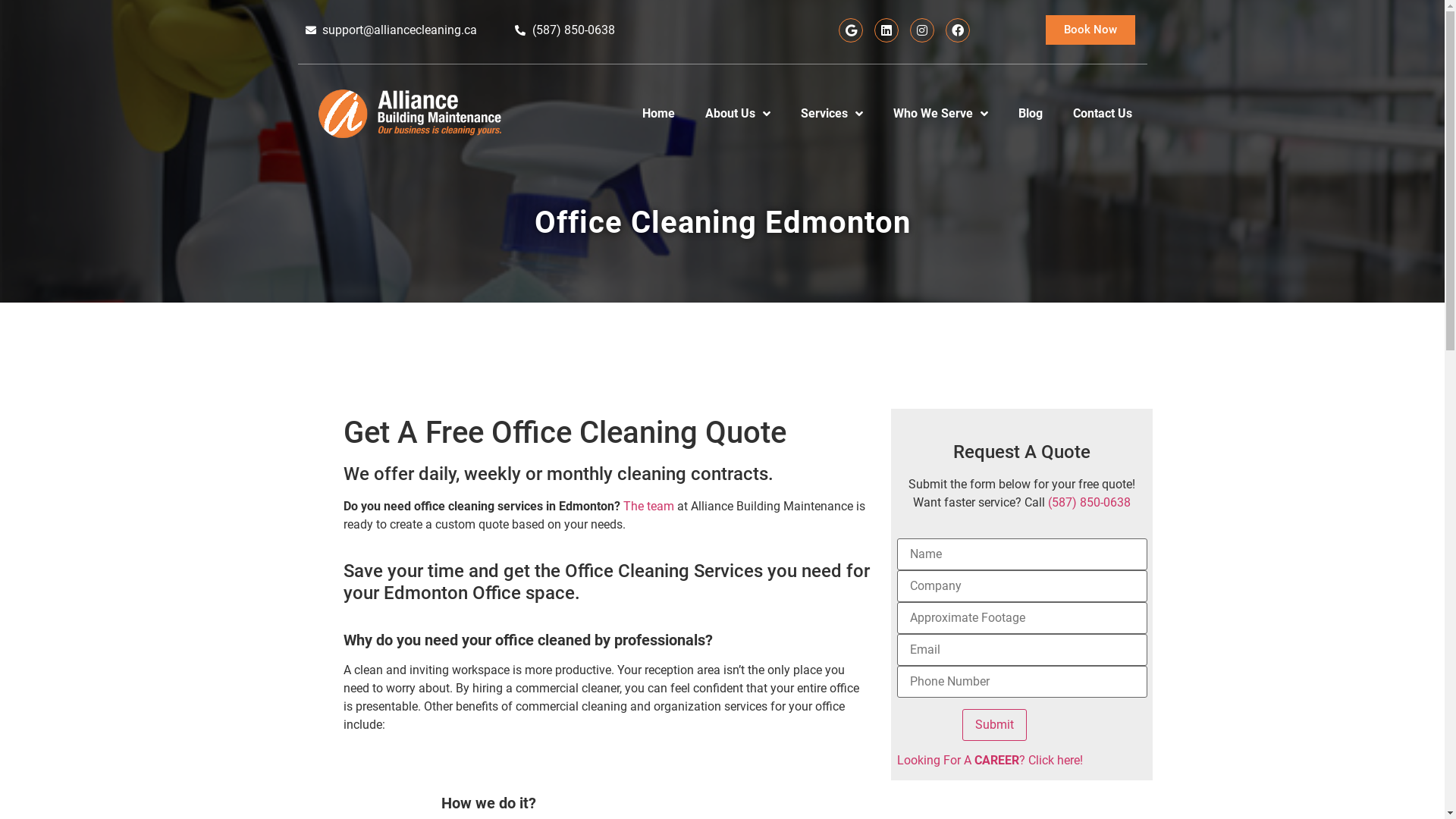 The image size is (1456, 819). I want to click on 'Book Now', so click(1090, 30).